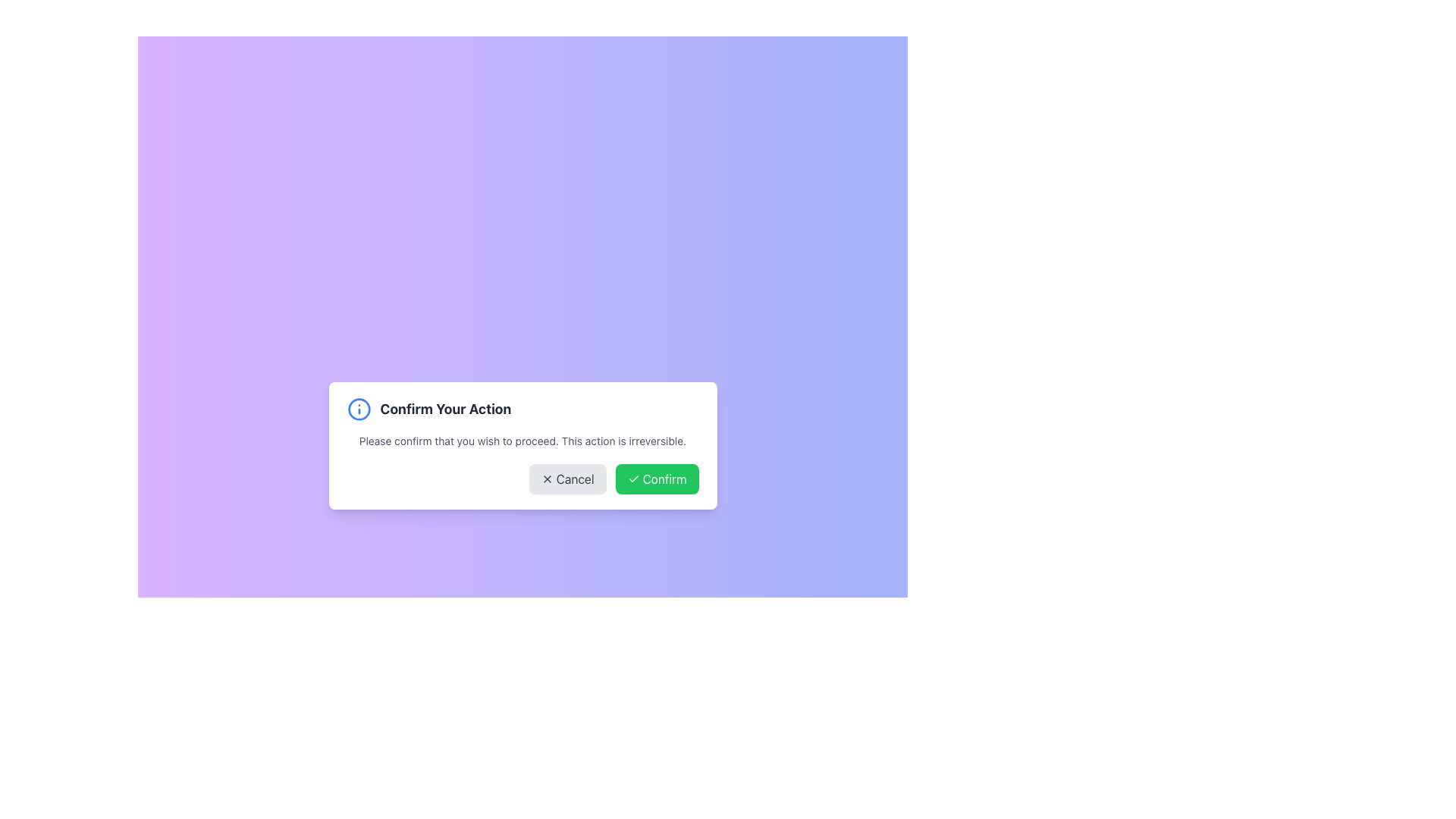 The width and height of the screenshot is (1456, 819). What do you see at coordinates (358, 409) in the screenshot?
I see `the informational icon located to the left of the 'Confirm Your Action' text within the panel of the dialog box` at bounding box center [358, 409].